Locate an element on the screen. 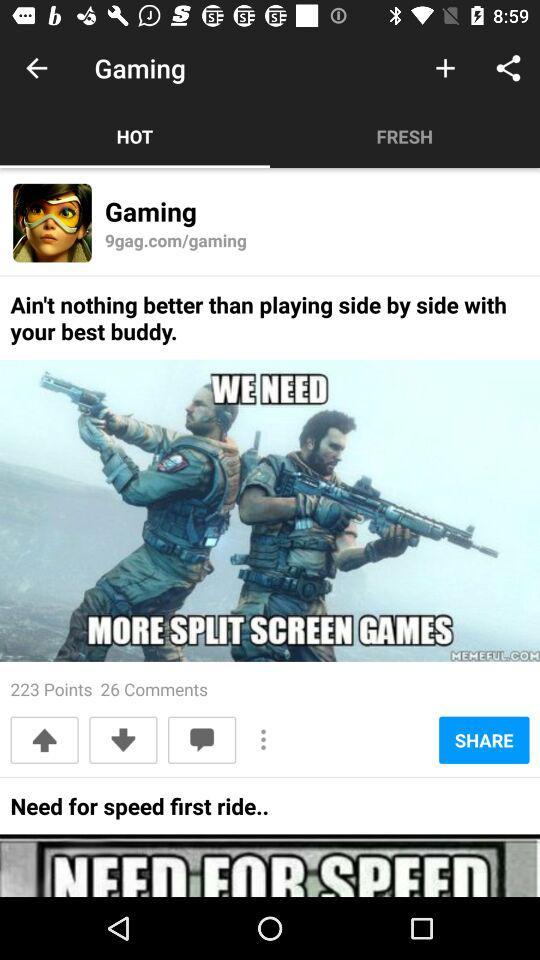 This screenshot has height=960, width=540. the item below the 223 points 	26 item is located at coordinates (44, 739).